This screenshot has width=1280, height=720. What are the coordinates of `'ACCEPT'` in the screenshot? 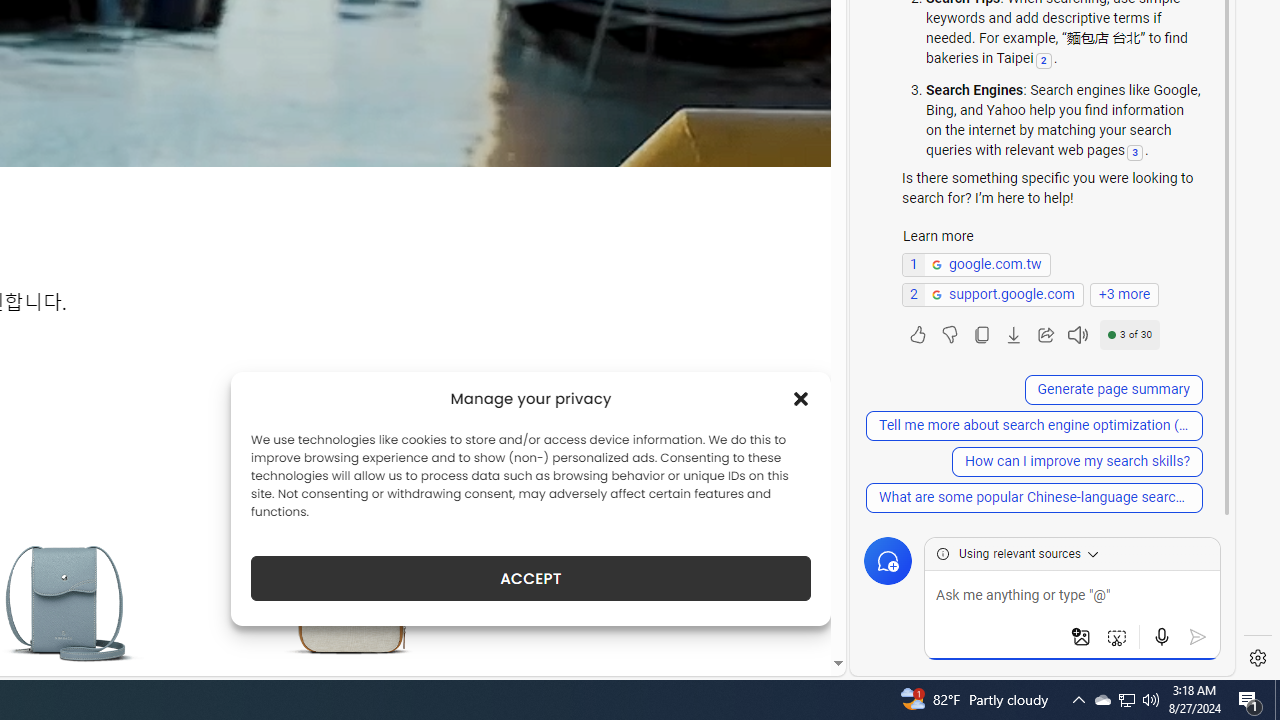 It's located at (531, 578).